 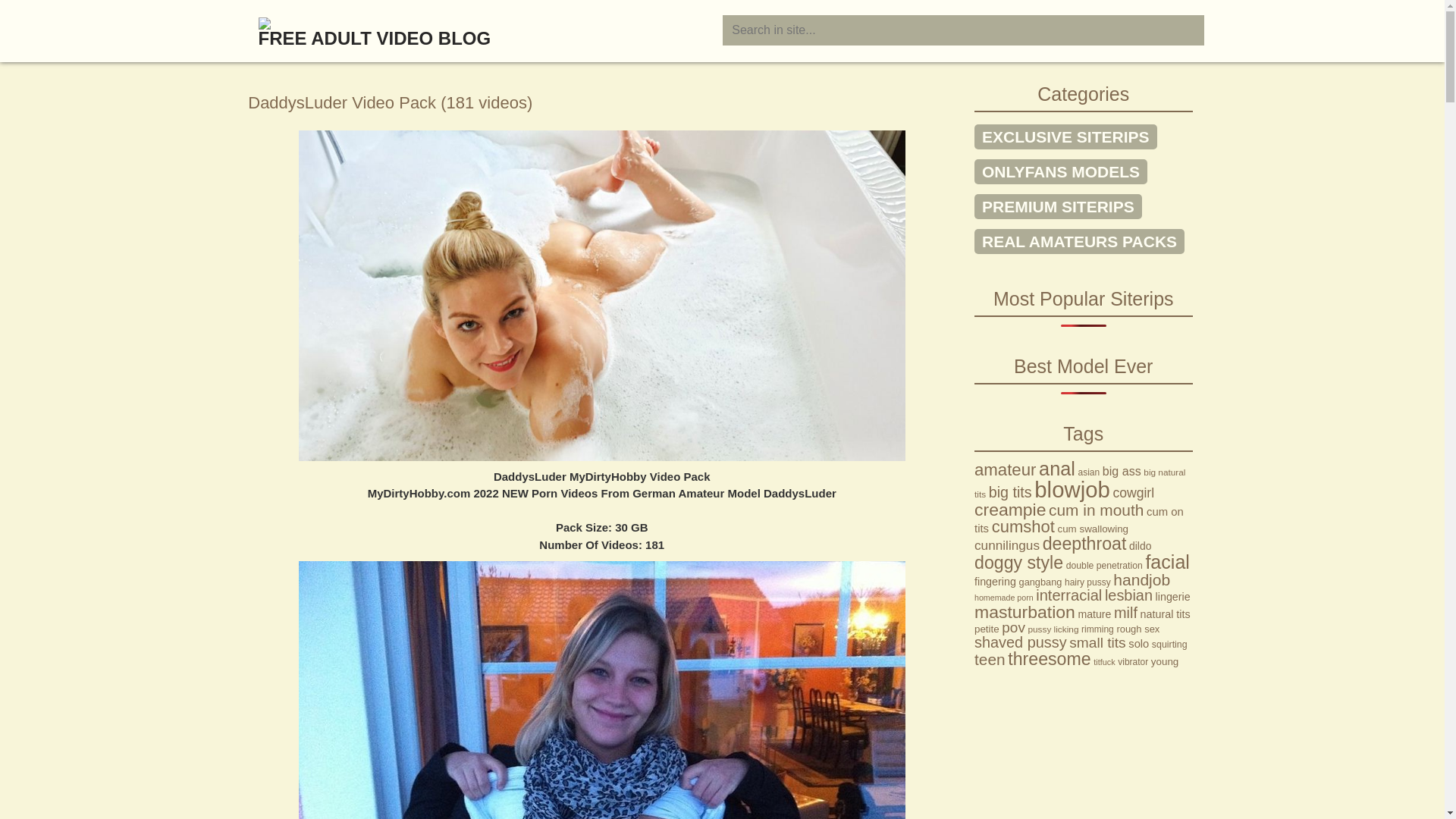 I want to click on 'shaved pussy', so click(x=1020, y=642).